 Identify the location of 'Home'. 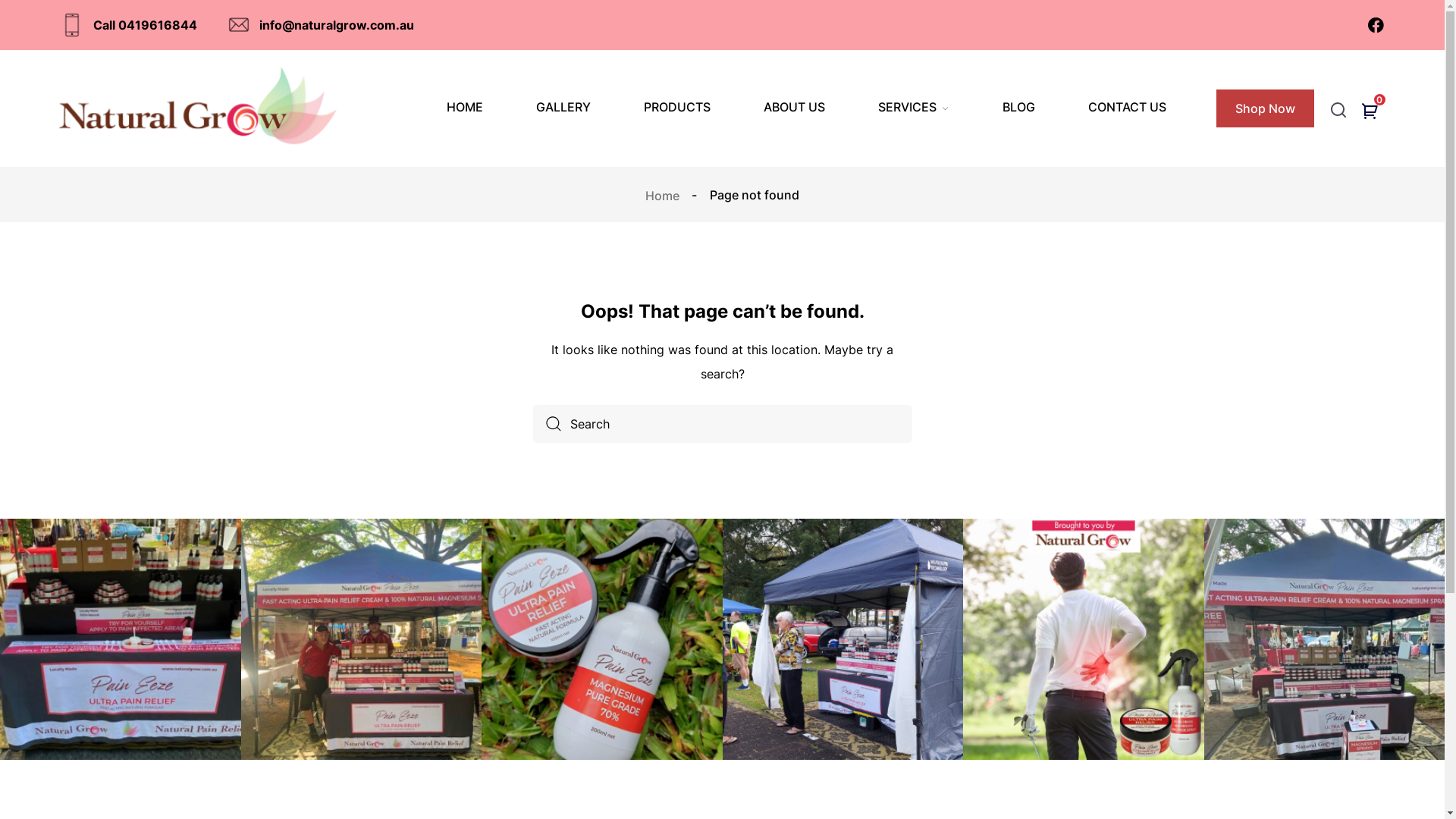
(664, 194).